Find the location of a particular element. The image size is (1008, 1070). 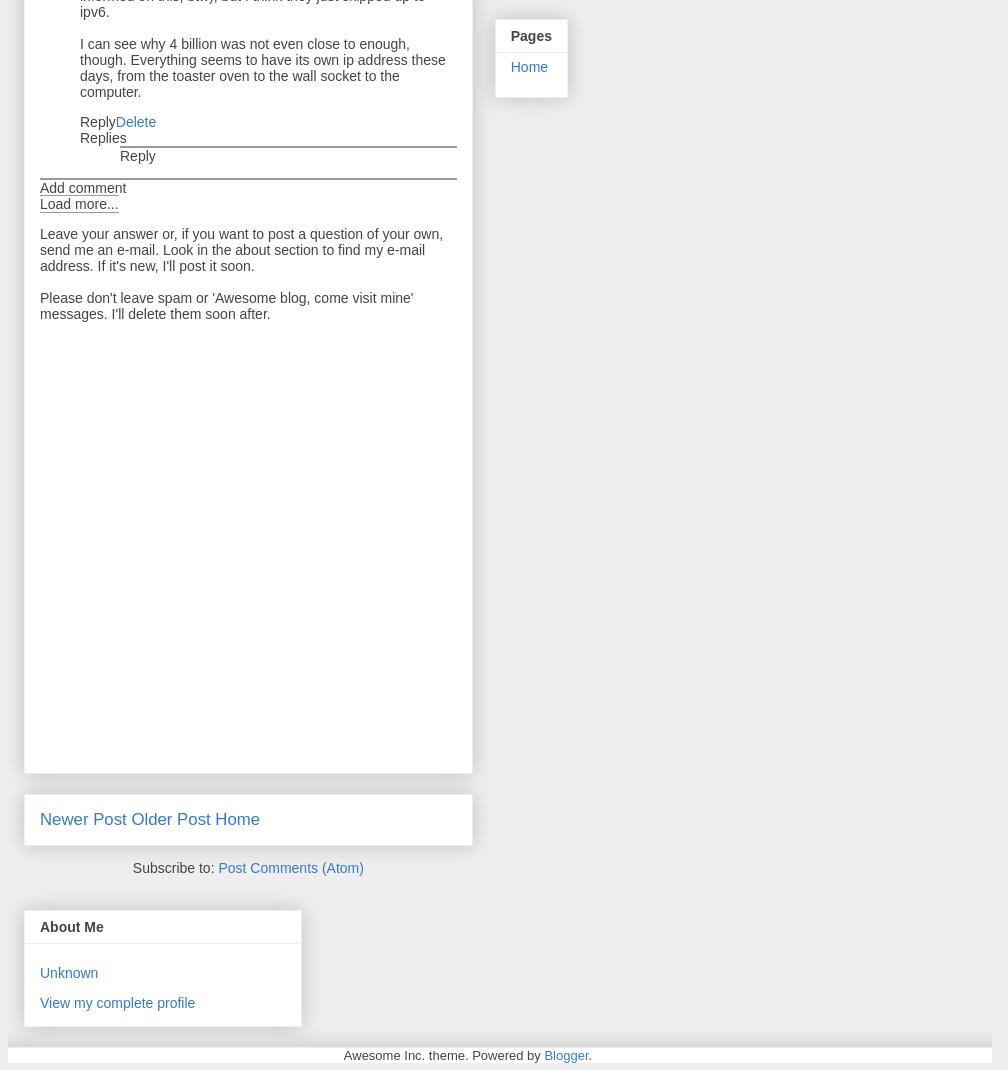

'Replies' is located at coordinates (103, 136).